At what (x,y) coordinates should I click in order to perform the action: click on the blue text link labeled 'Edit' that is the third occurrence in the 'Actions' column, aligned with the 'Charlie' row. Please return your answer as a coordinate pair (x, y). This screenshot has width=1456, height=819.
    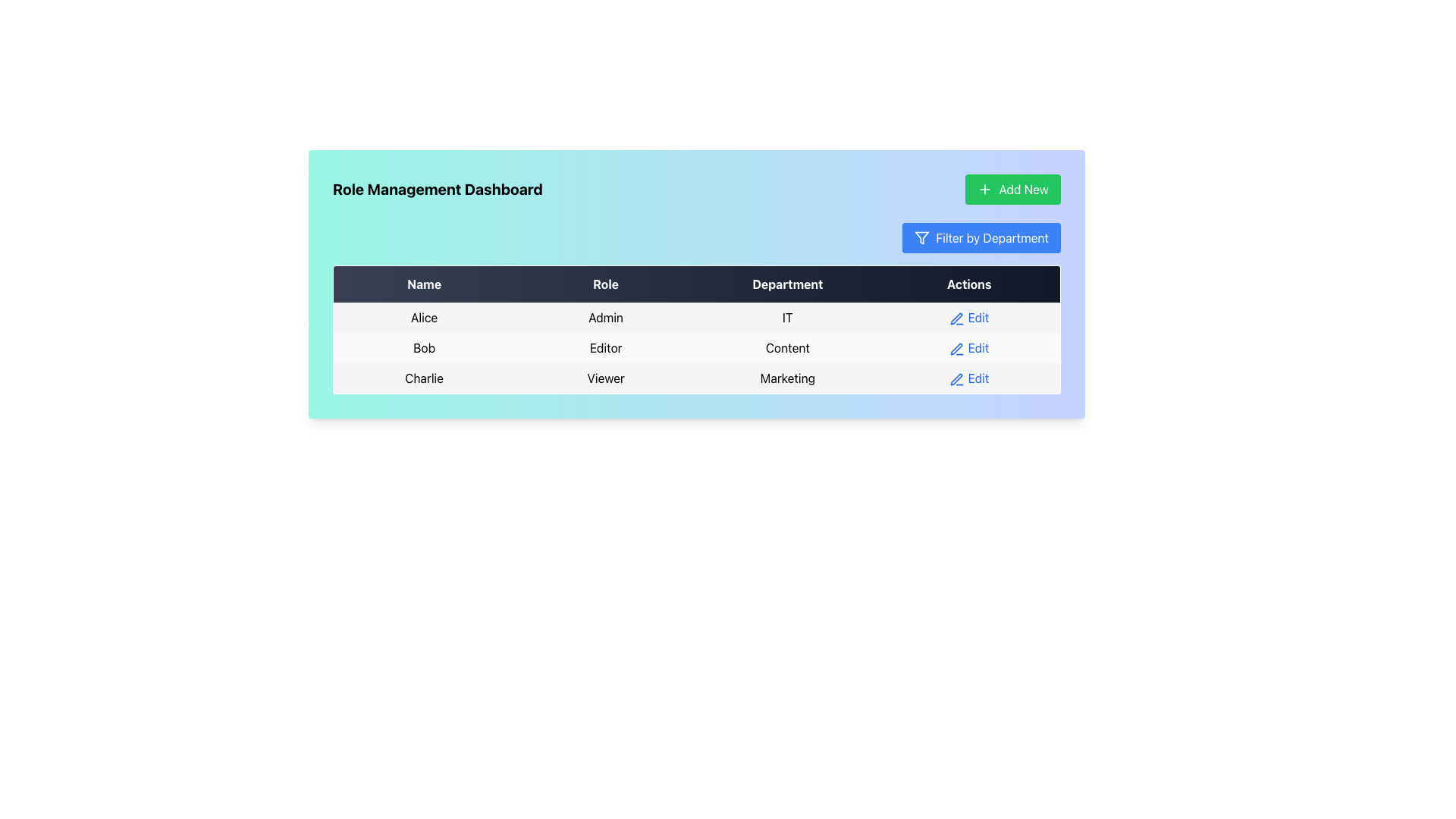
    Looking at the image, I should click on (968, 377).